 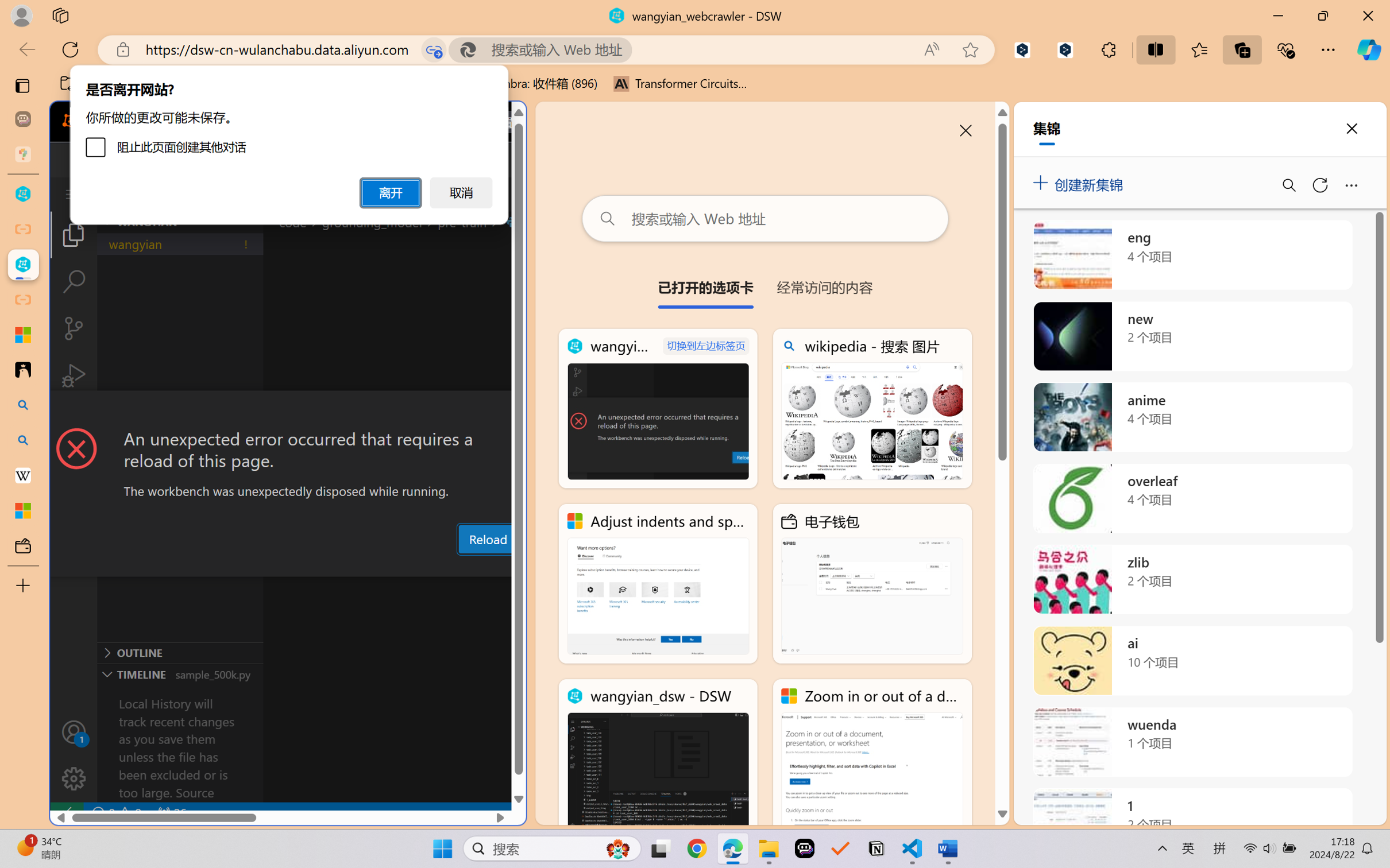 I want to click on 'Transformer Circuits Thread', so click(x=680, y=83).